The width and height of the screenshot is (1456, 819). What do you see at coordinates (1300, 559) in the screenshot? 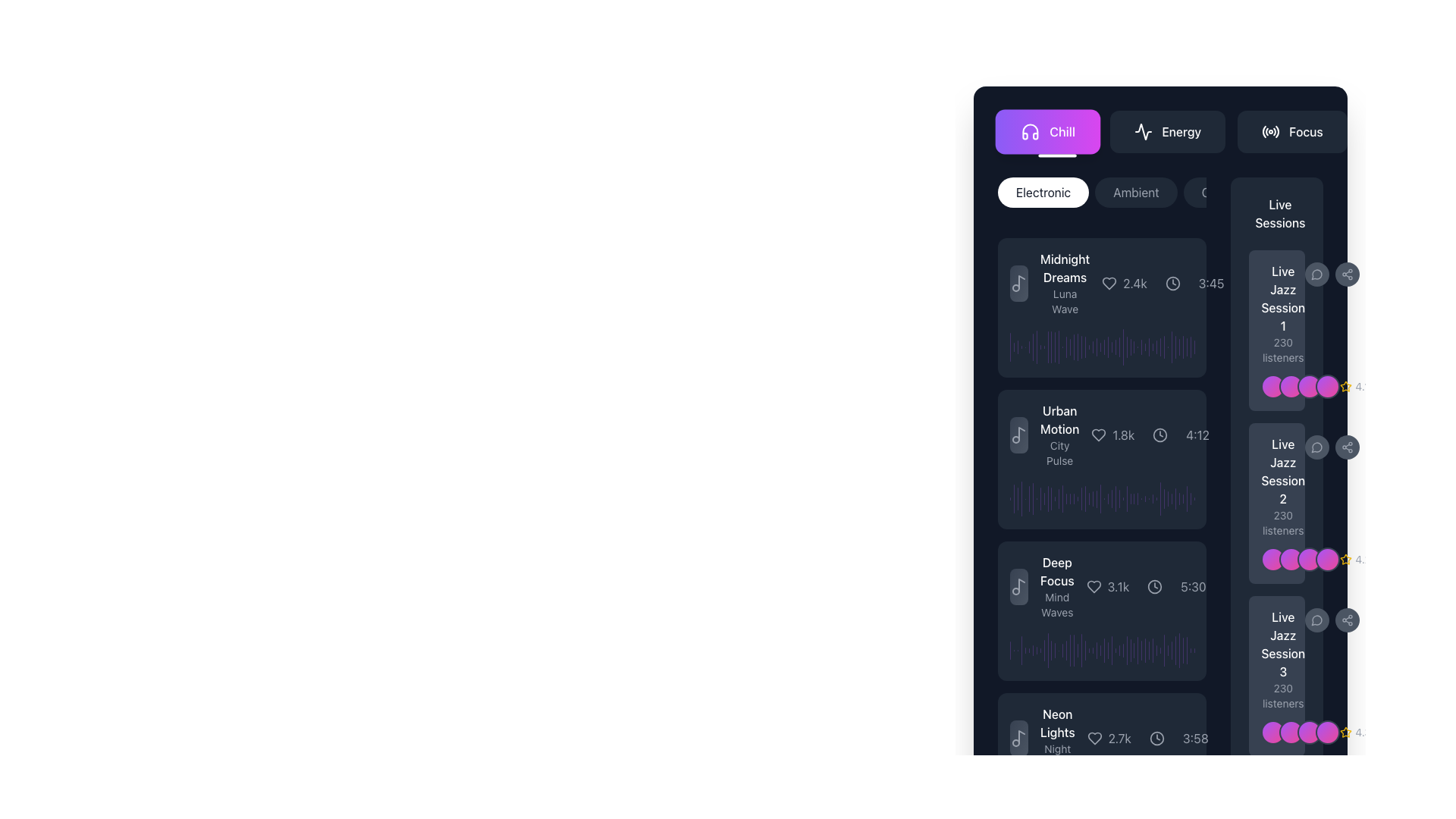
I see `the Avatar group display with overlapping images` at bounding box center [1300, 559].